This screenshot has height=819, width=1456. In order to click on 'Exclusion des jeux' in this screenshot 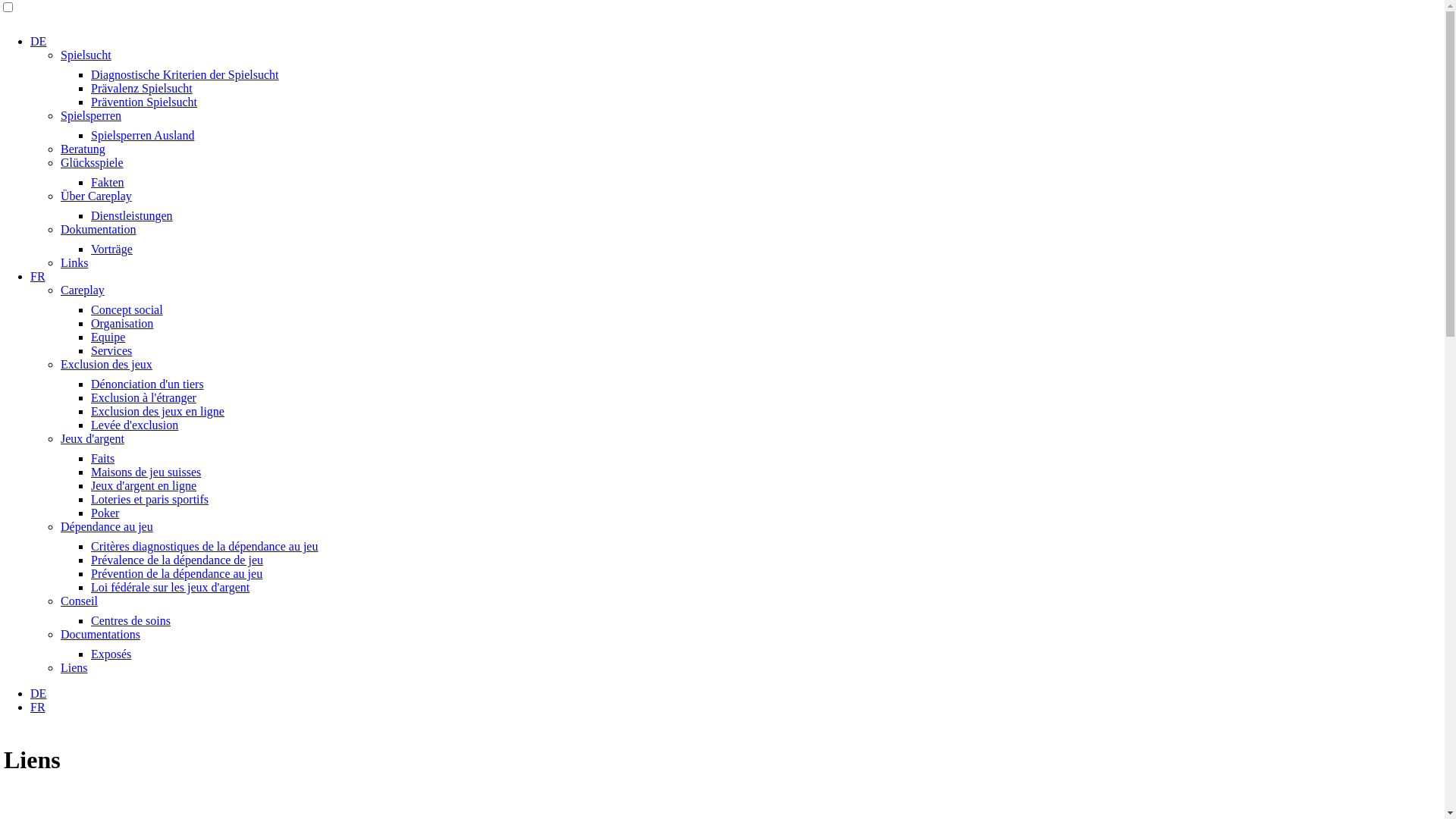, I will do `click(61, 364)`.